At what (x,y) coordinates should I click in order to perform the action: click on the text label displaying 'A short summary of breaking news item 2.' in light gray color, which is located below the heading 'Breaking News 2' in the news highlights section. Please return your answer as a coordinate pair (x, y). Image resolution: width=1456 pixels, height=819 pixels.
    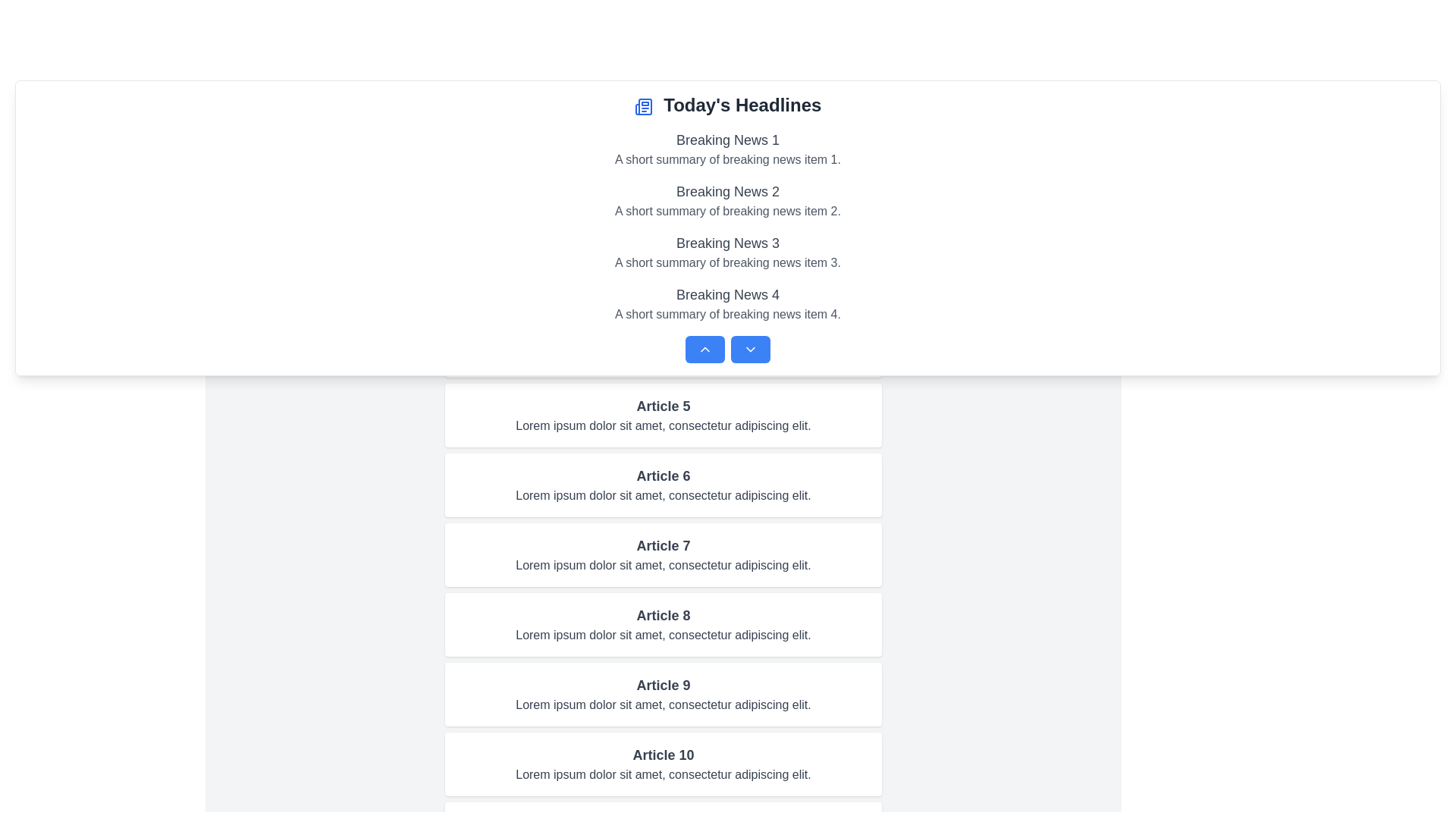
    Looking at the image, I should click on (728, 211).